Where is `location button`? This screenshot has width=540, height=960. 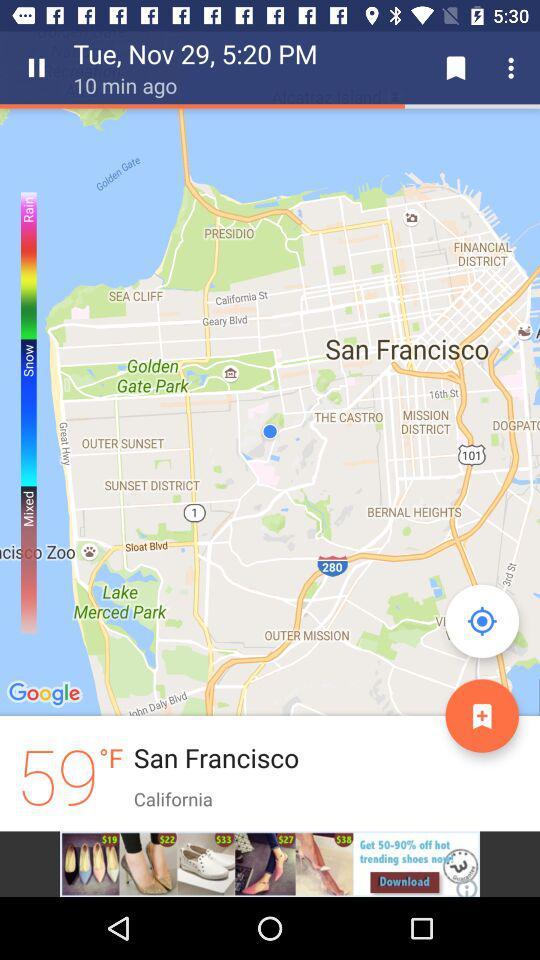
location button is located at coordinates (481, 620).